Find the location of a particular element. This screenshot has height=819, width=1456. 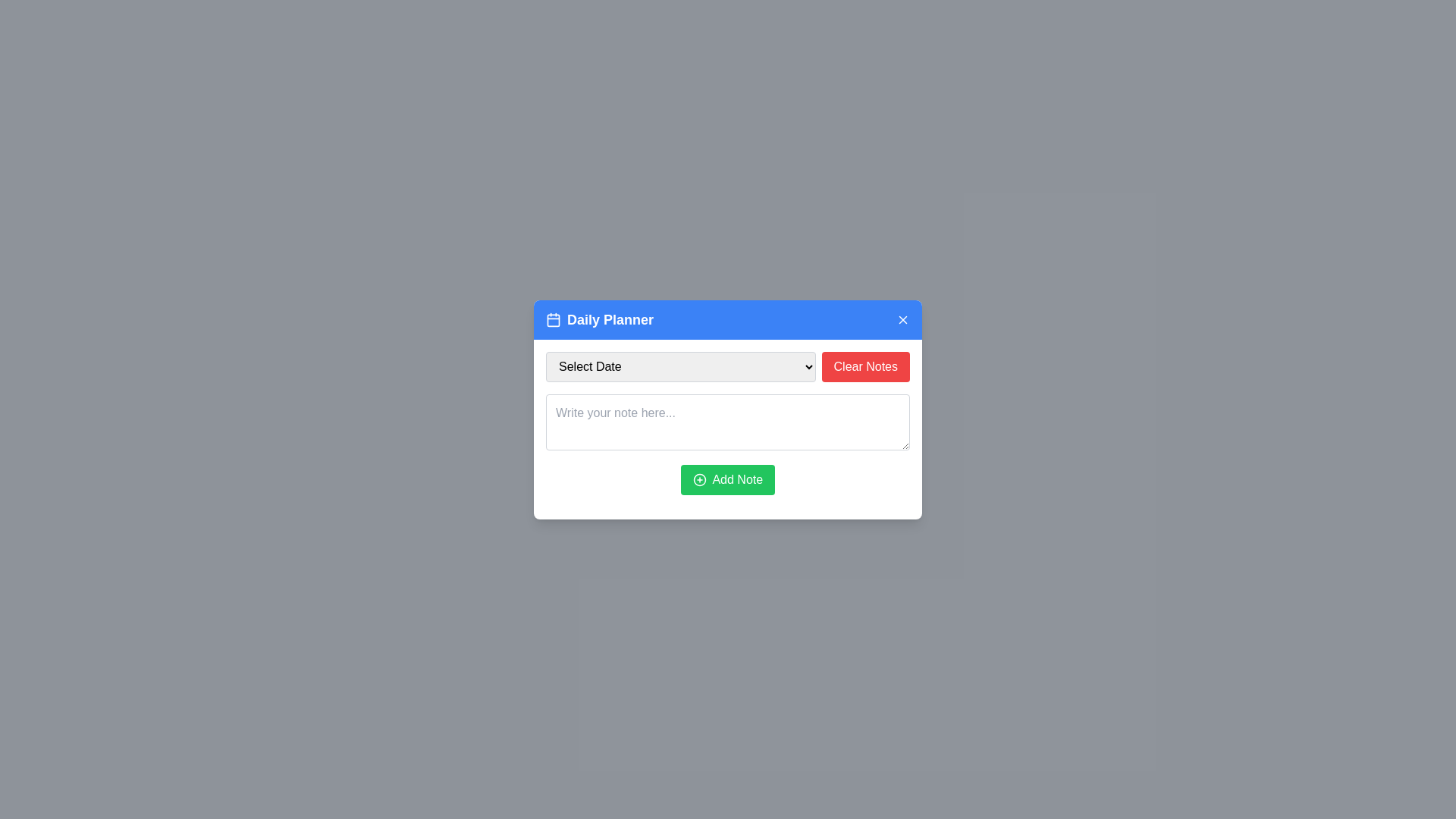

the rectangular button with a red background and white text that reads 'Clear Notes' to clear notes is located at coordinates (865, 366).